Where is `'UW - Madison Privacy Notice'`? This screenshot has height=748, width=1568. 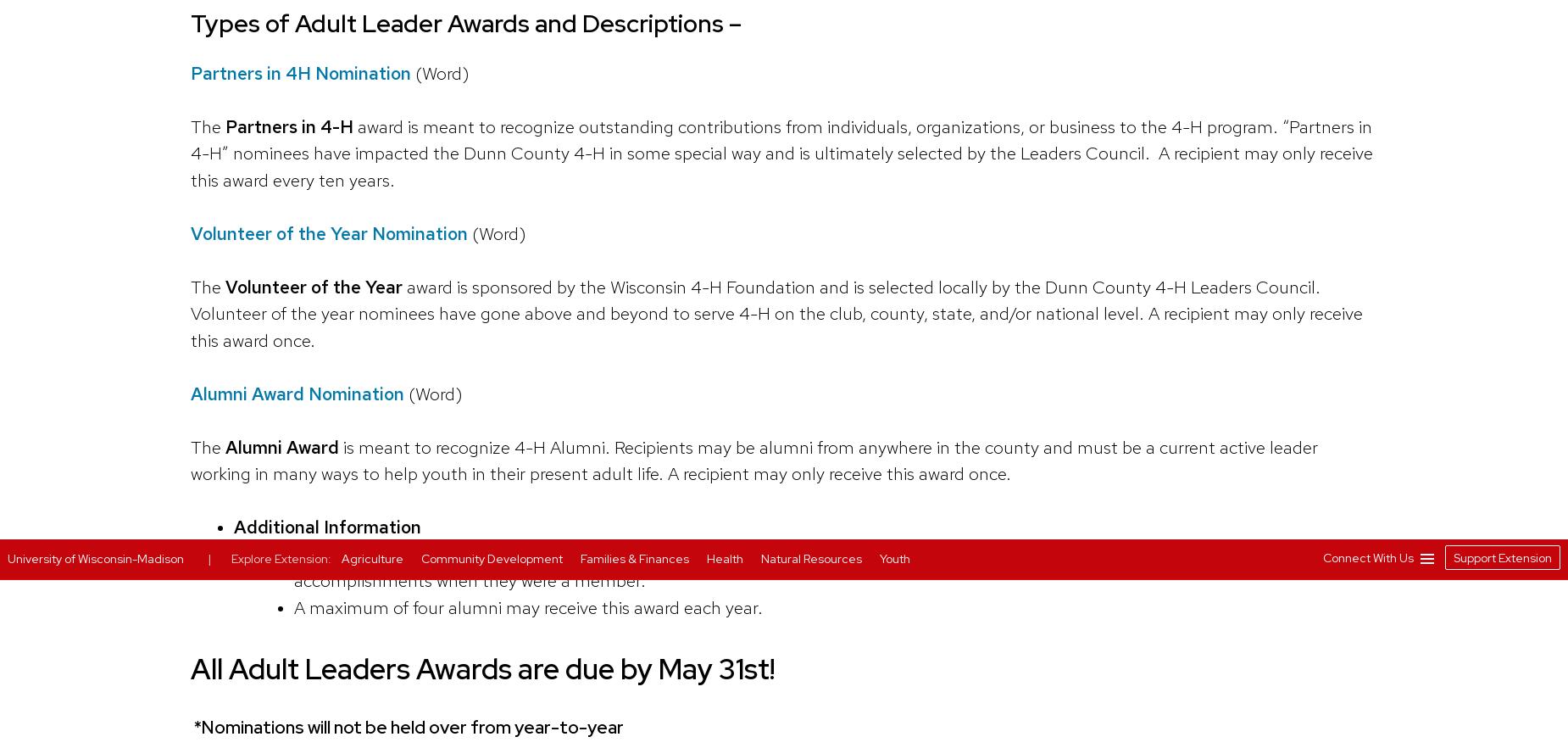 'UW - Madison Privacy Notice' is located at coordinates (1047, 157).